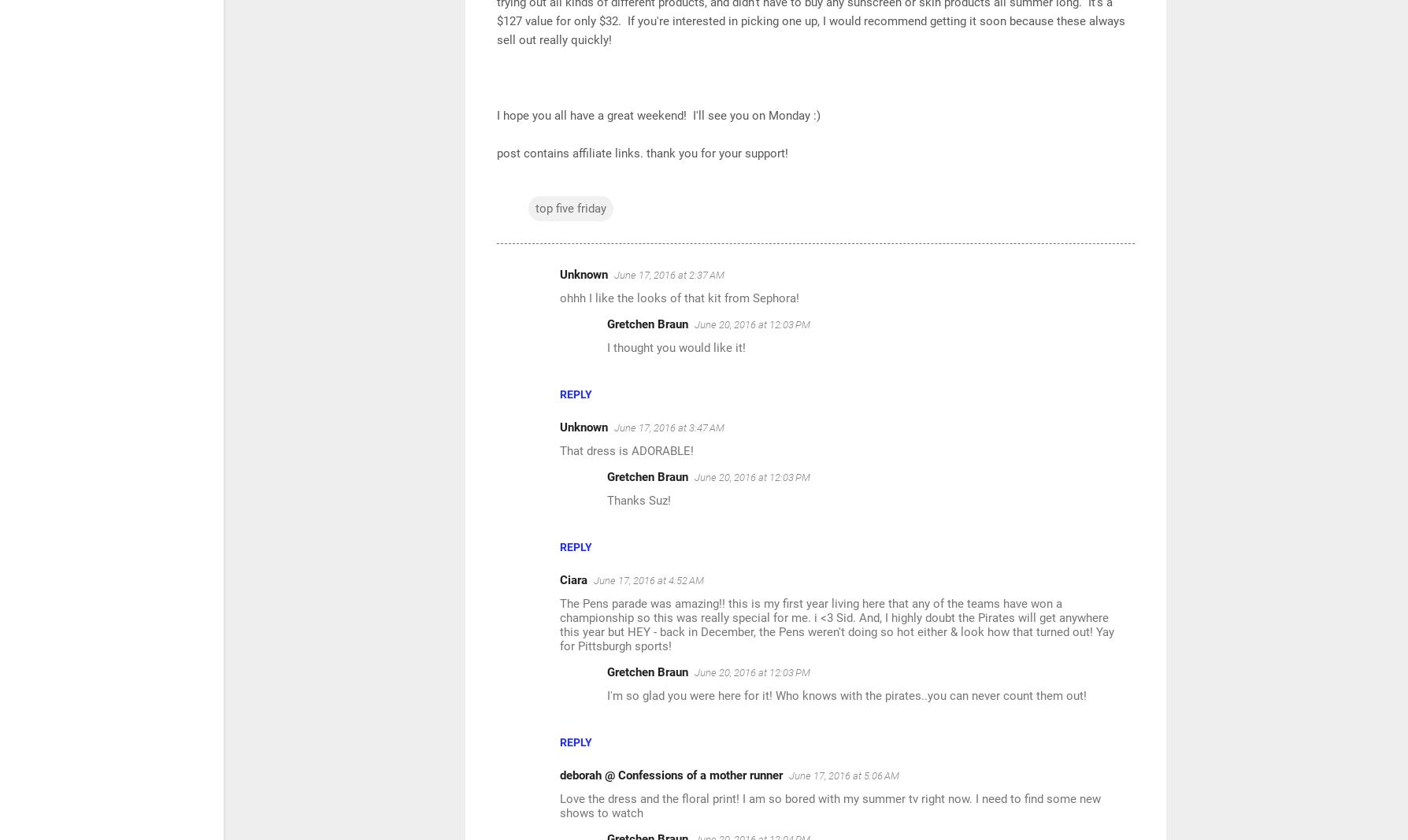 The width and height of the screenshot is (1408, 840). What do you see at coordinates (570, 209) in the screenshot?
I see `'top five friday'` at bounding box center [570, 209].